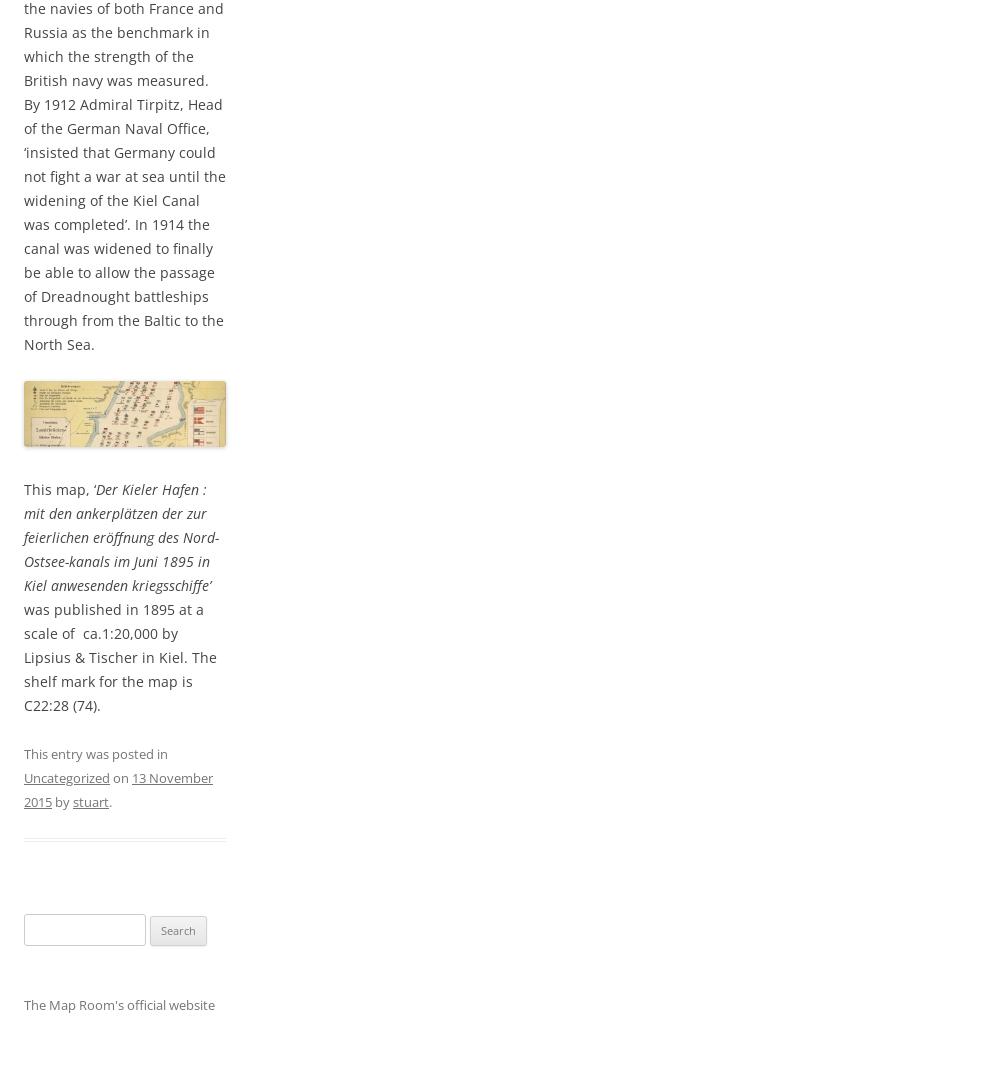 The height and width of the screenshot is (1065, 1008). I want to click on 'Der Kieler Hafen : mit den ankerplätzen der zur feierlichen eröffnung des Nord-Ostsee-kanals im Juni 1895 in Kiel anwesenden kriegsschiffe’', so click(23, 537).